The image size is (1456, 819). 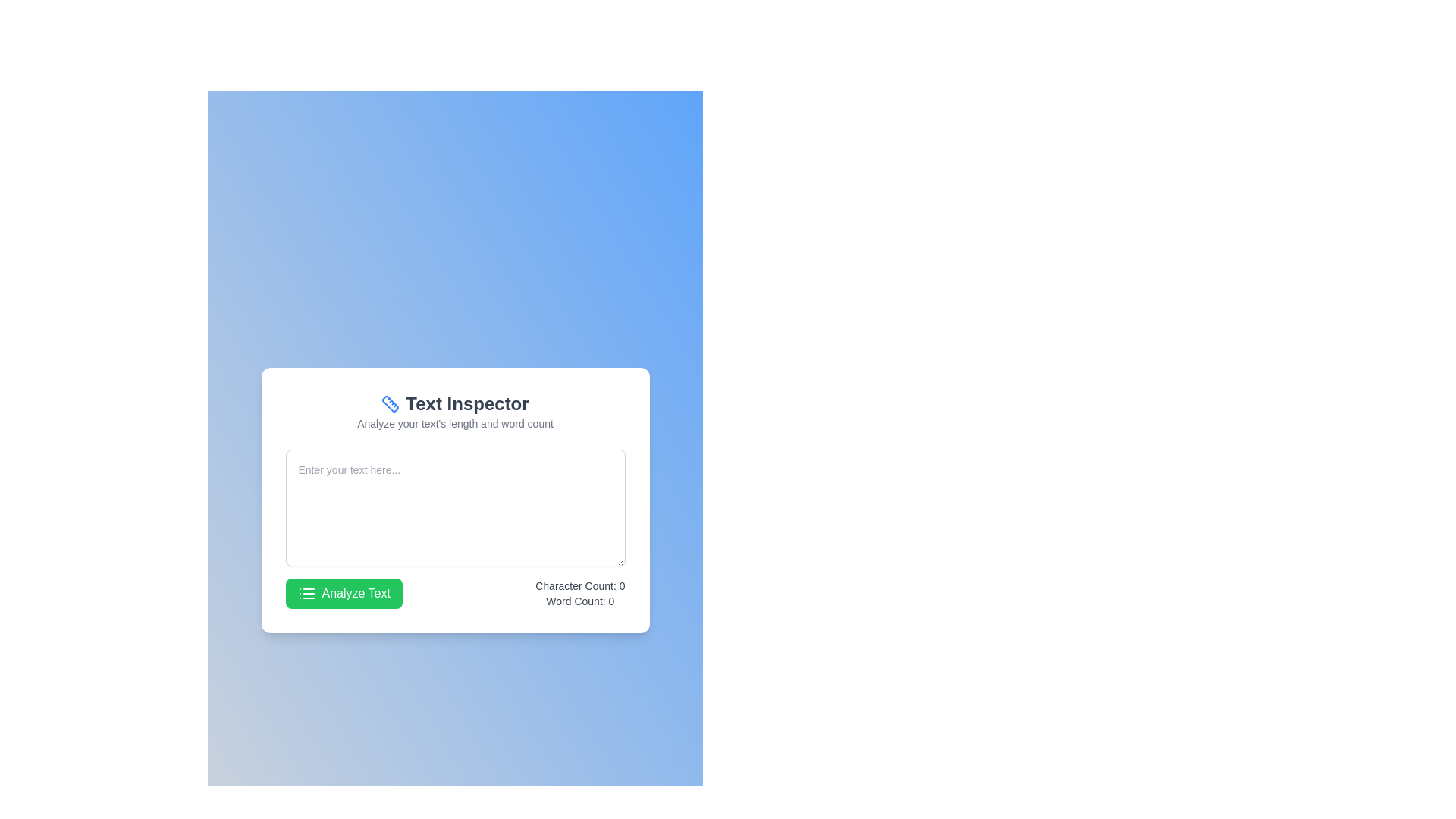 I want to click on the 'Text Inspector' header element, which is a bold title with a small blue ruler icon on the left, located at the top of a white card, so click(x=454, y=412).